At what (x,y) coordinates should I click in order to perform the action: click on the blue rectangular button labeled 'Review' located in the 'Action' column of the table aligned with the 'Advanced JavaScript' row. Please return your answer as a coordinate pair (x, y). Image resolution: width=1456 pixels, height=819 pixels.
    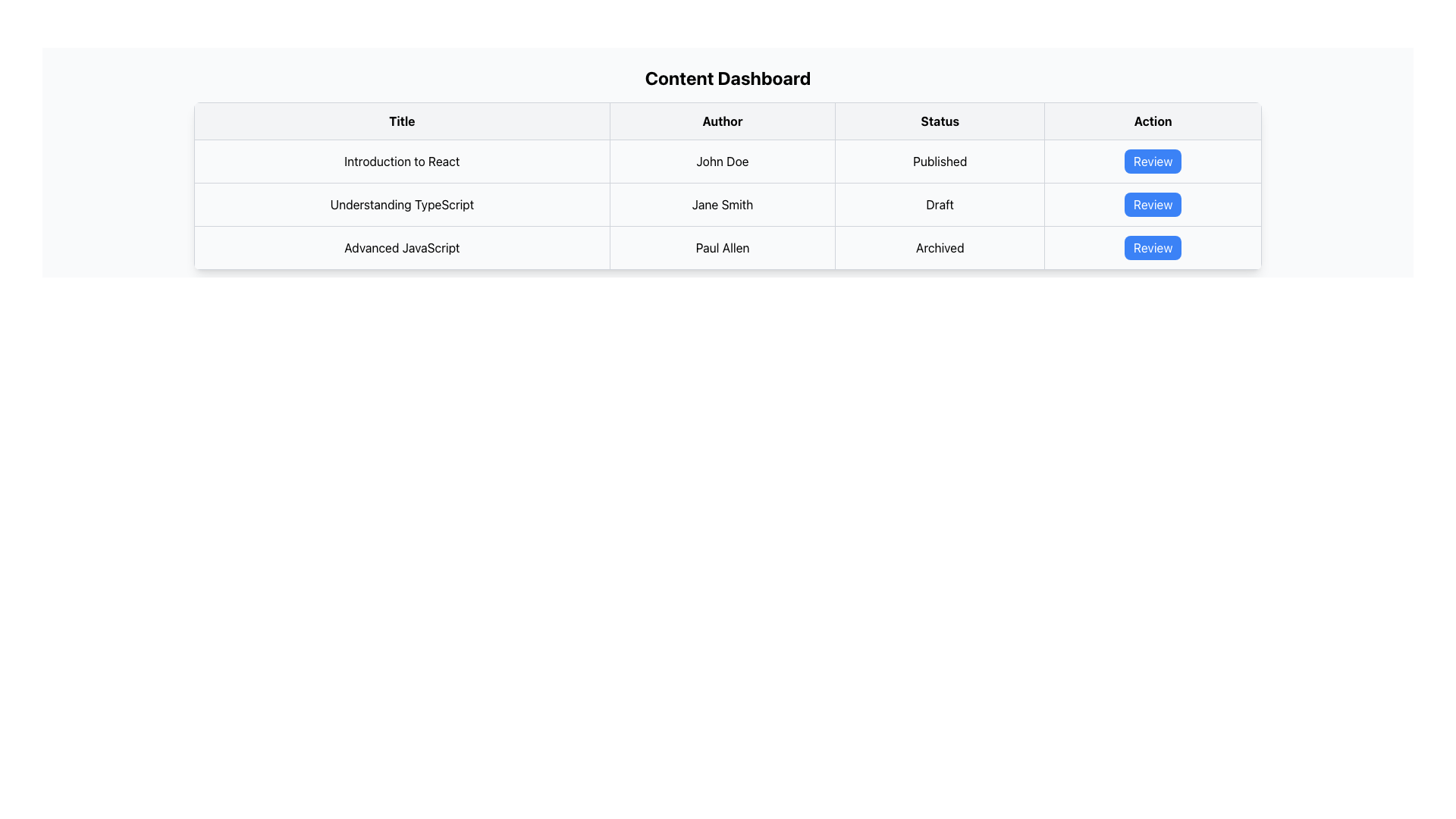
    Looking at the image, I should click on (1153, 247).